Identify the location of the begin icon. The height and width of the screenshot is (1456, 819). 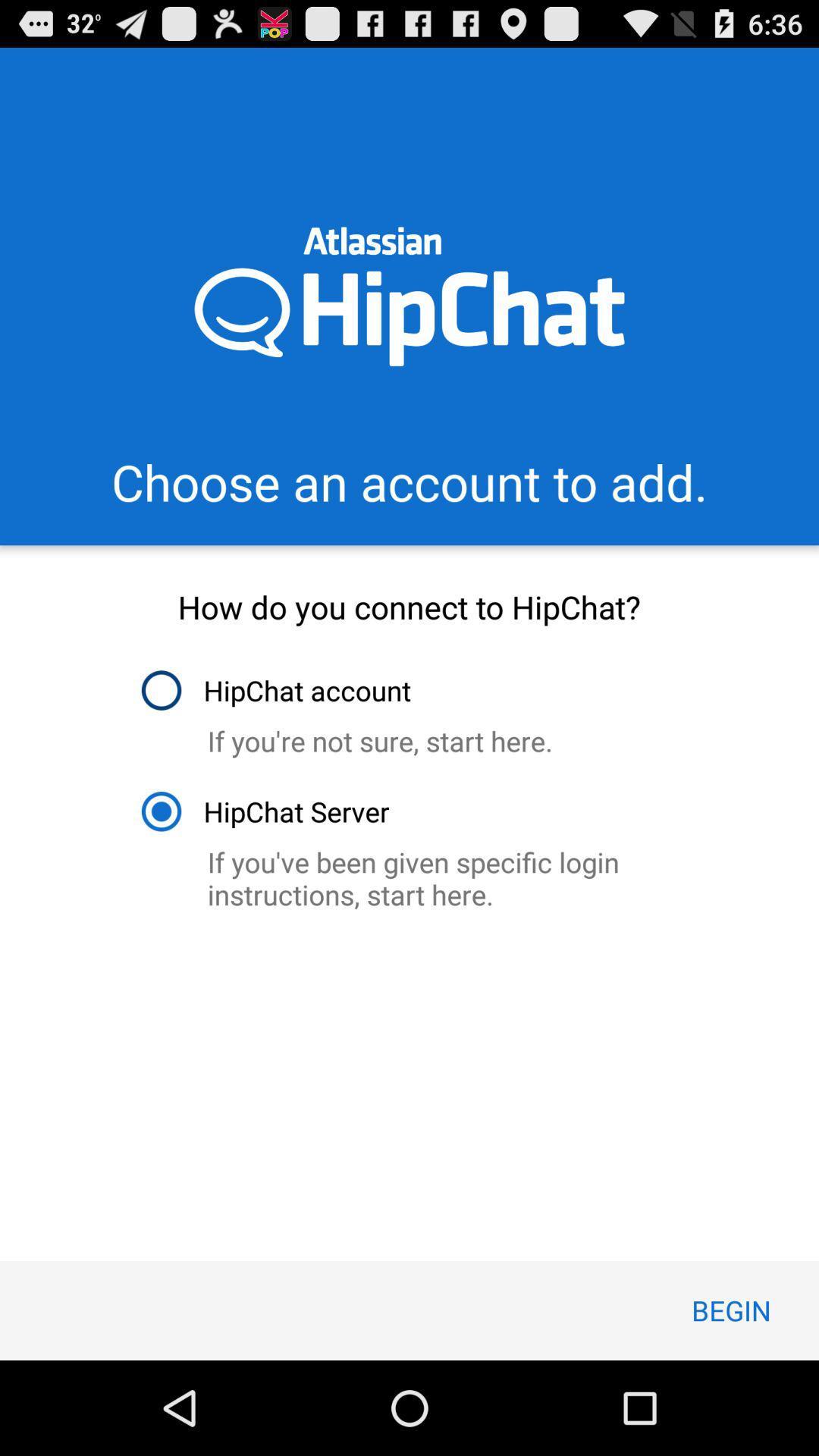
(730, 1310).